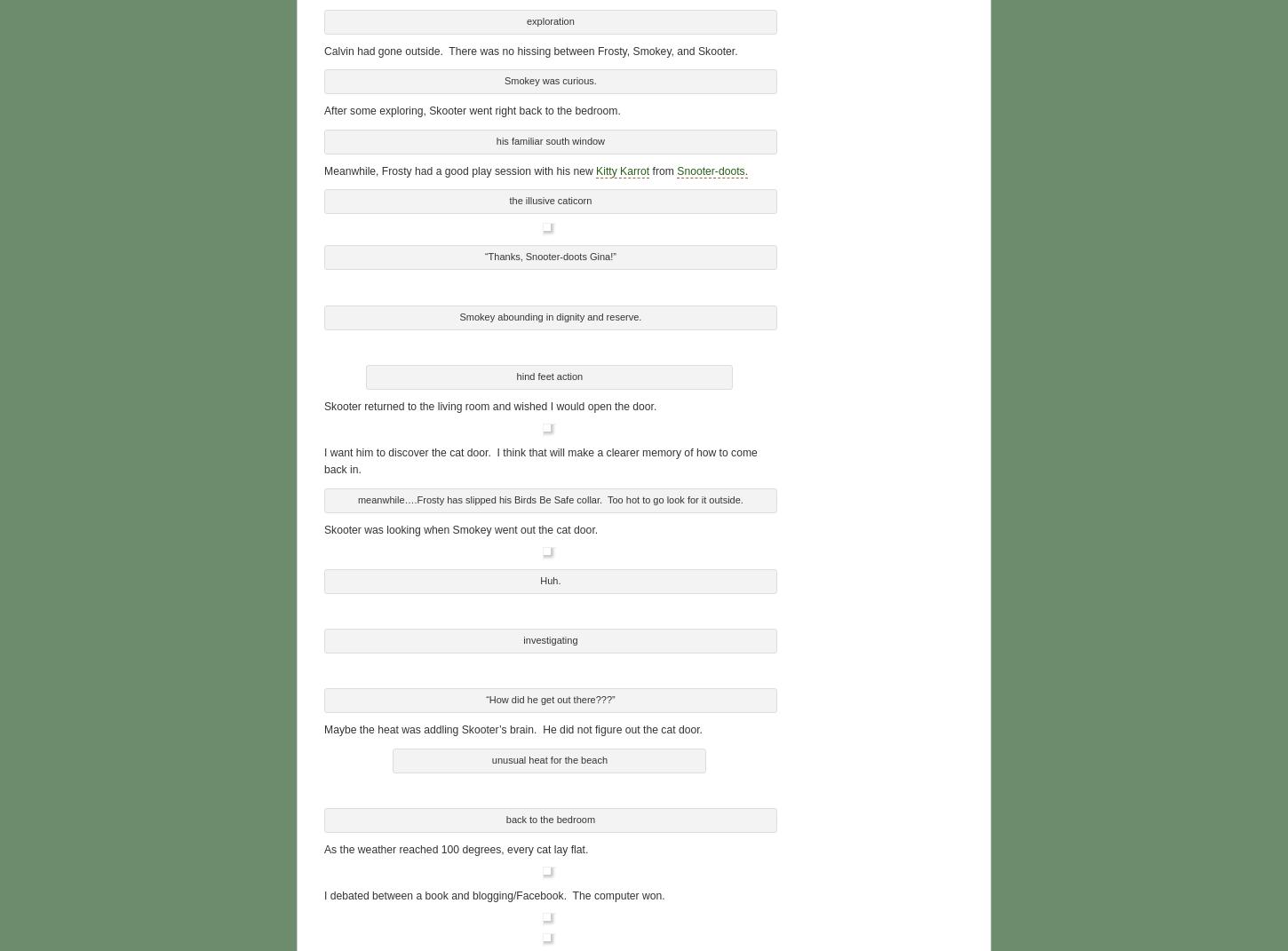 This screenshot has width=1288, height=951. What do you see at coordinates (663, 167) in the screenshot?
I see `'from'` at bounding box center [663, 167].